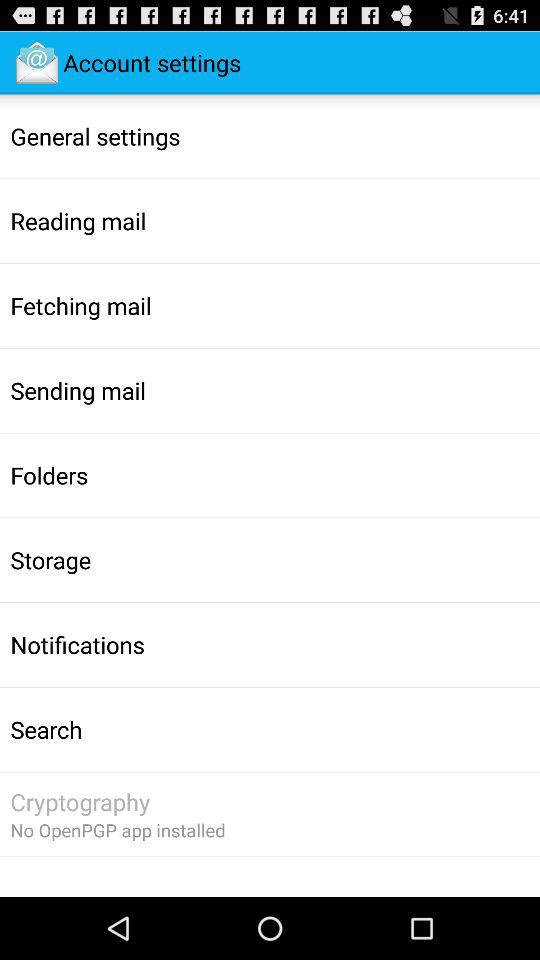  What do you see at coordinates (46, 728) in the screenshot?
I see `search` at bounding box center [46, 728].